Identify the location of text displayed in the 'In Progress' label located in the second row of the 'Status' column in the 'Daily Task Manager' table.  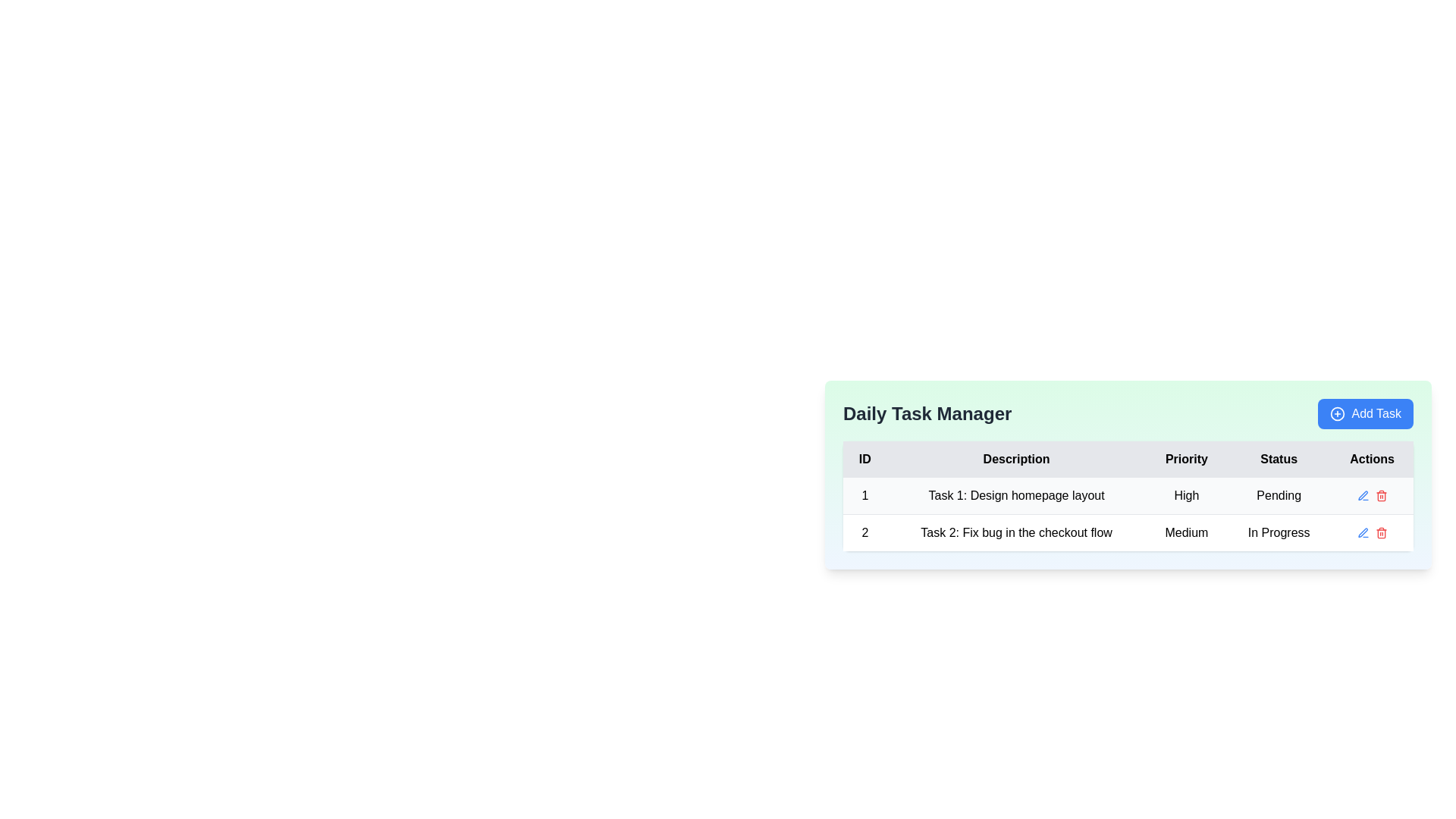
(1278, 532).